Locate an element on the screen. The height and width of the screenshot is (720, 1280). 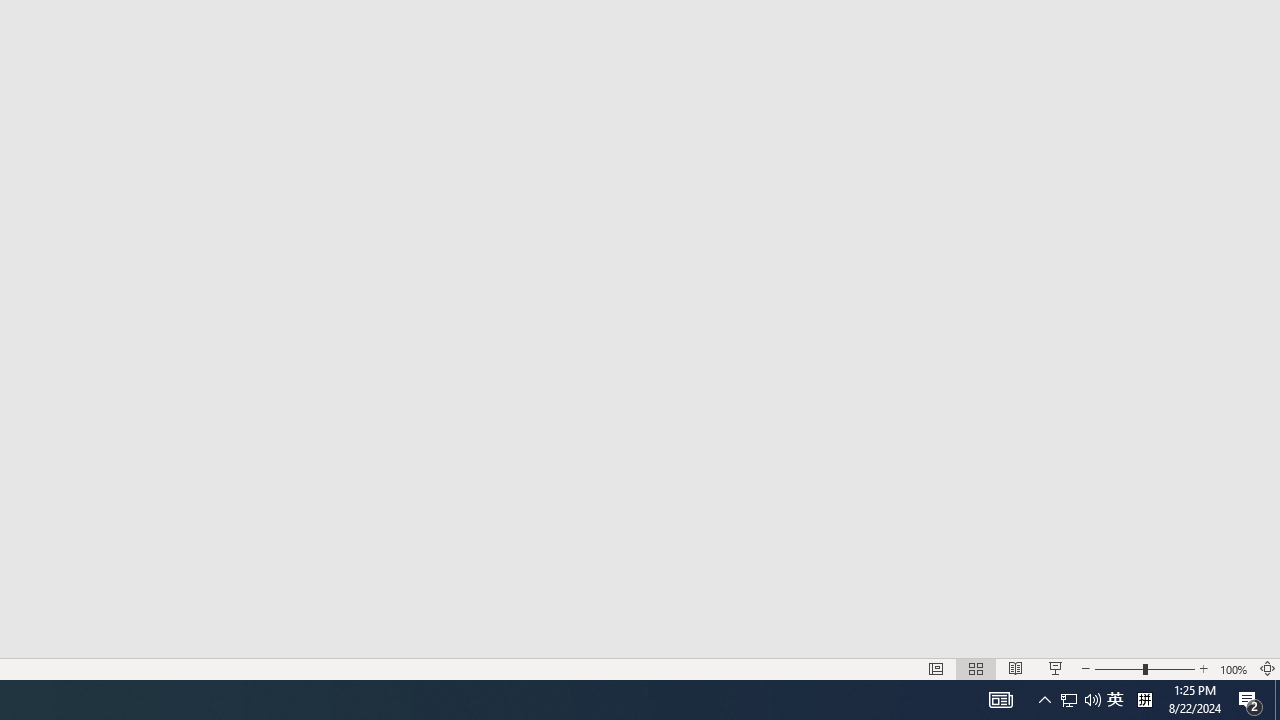
'Zoom 100%' is located at coordinates (1233, 669).